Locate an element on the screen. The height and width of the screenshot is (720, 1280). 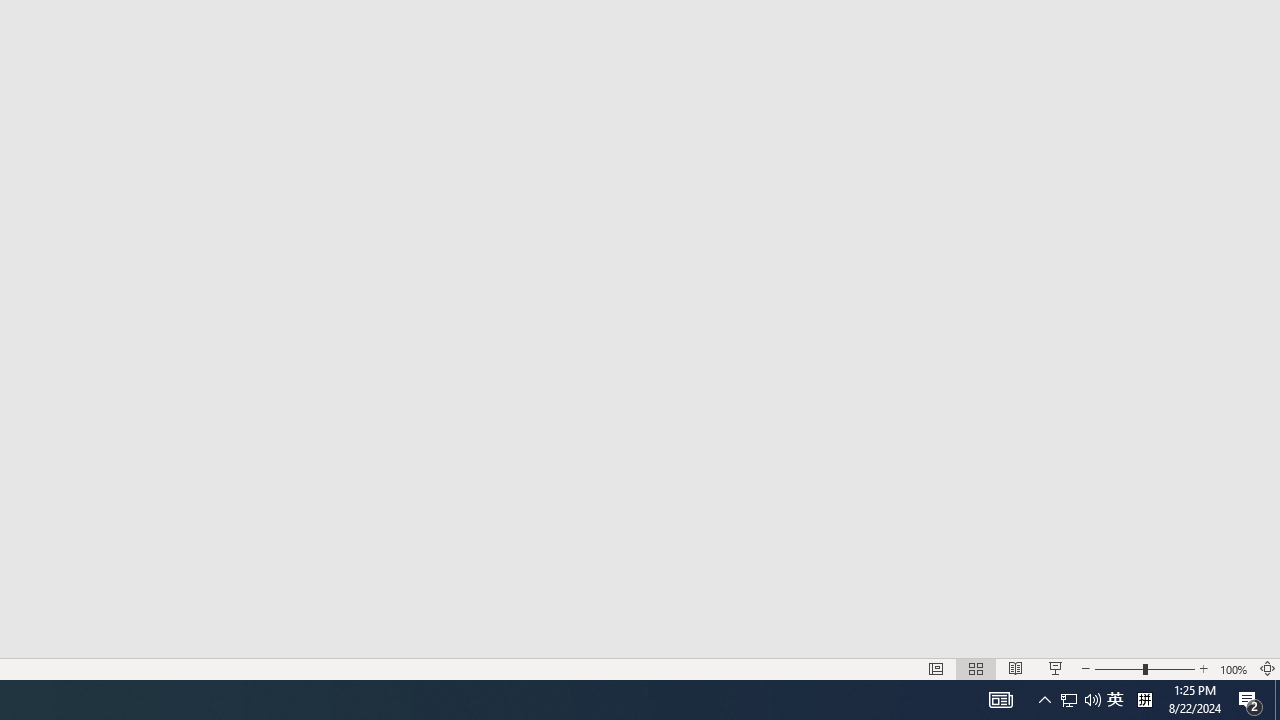
'Zoom 100%' is located at coordinates (1233, 669).